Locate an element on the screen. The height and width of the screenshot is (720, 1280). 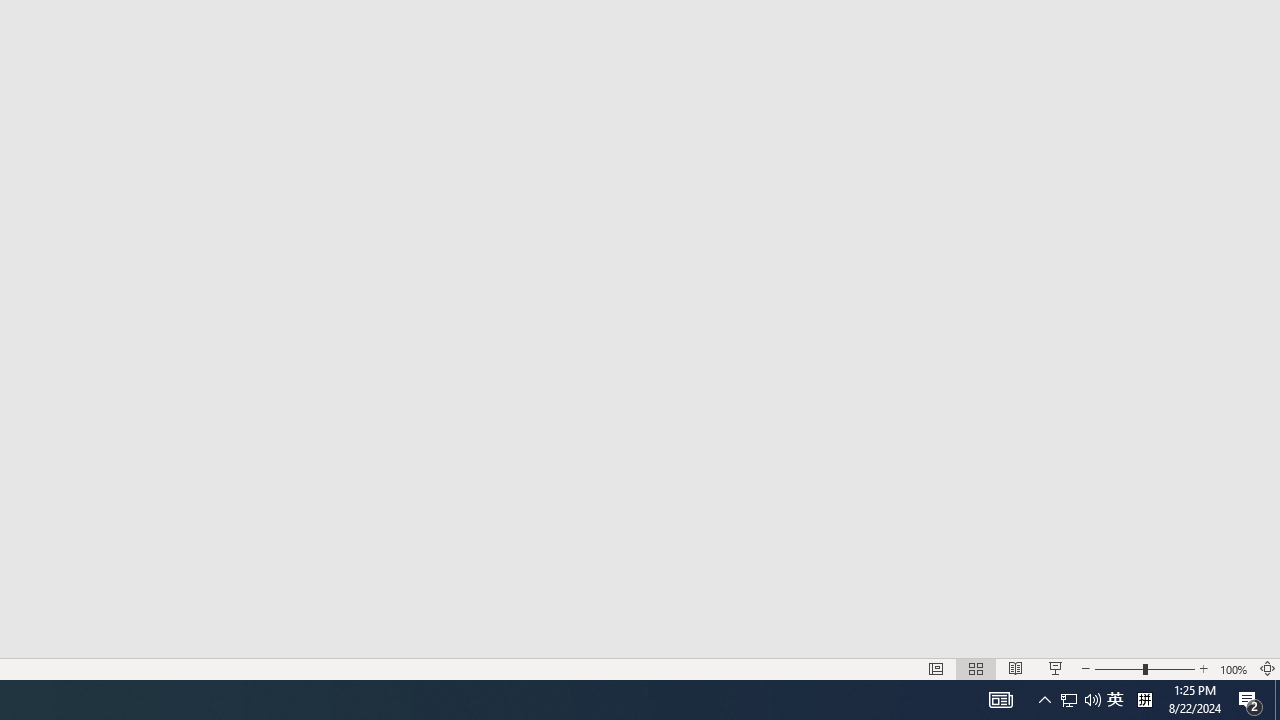
'Zoom 100%' is located at coordinates (1233, 669).